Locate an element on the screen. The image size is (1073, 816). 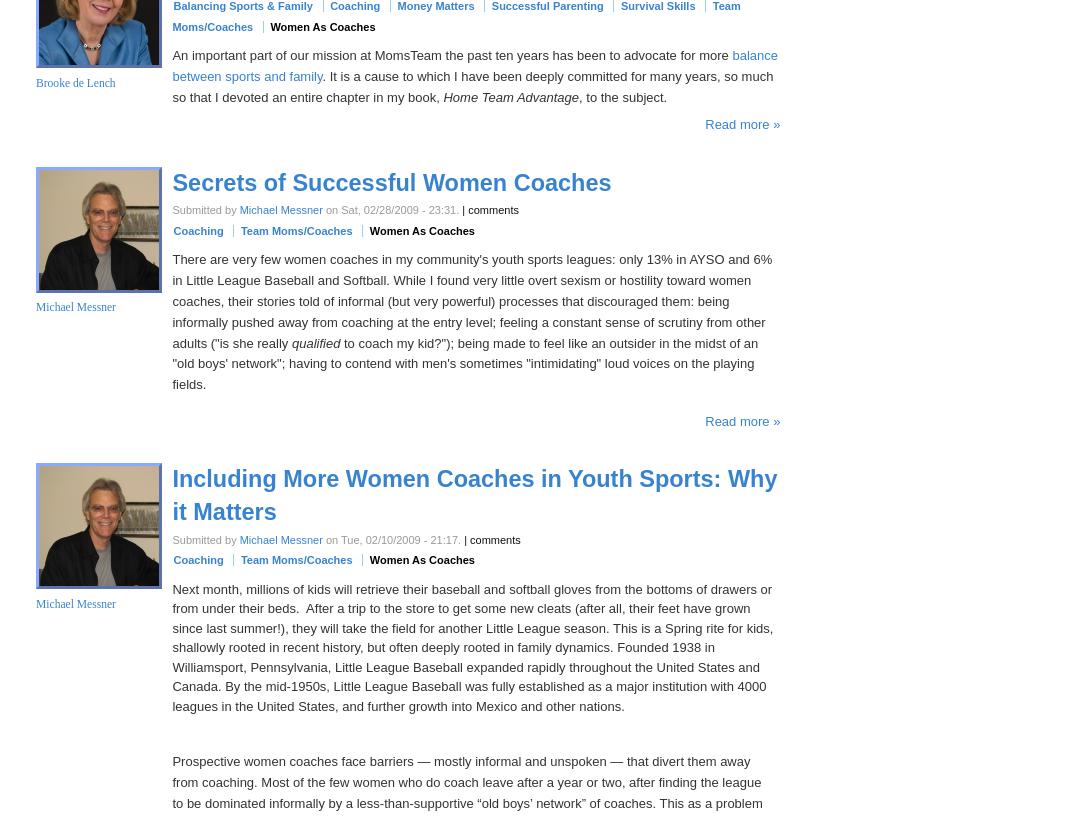
', to the subject.' is located at coordinates (621, 95).